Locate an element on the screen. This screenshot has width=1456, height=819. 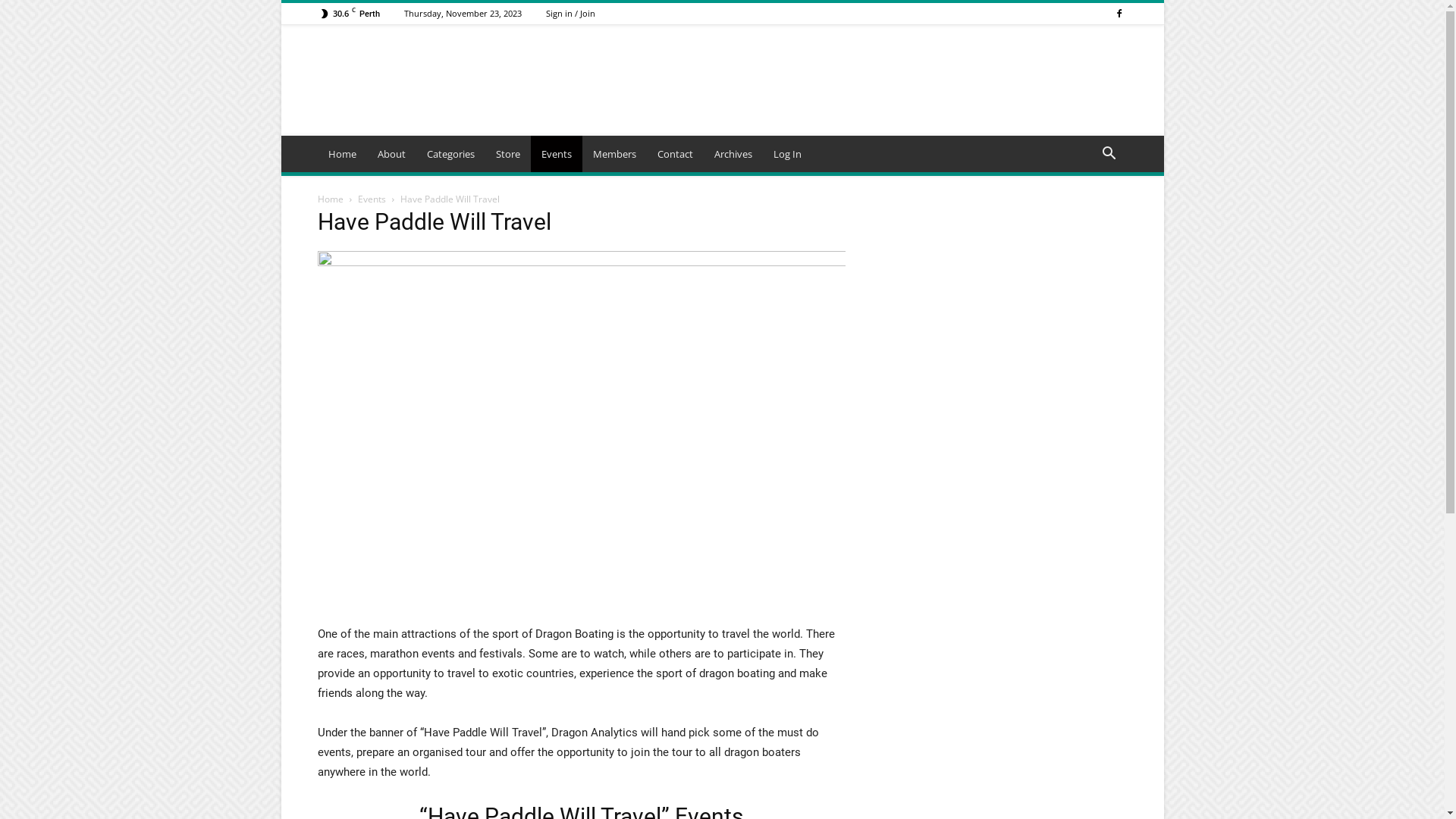
'About' is located at coordinates (367, 154).